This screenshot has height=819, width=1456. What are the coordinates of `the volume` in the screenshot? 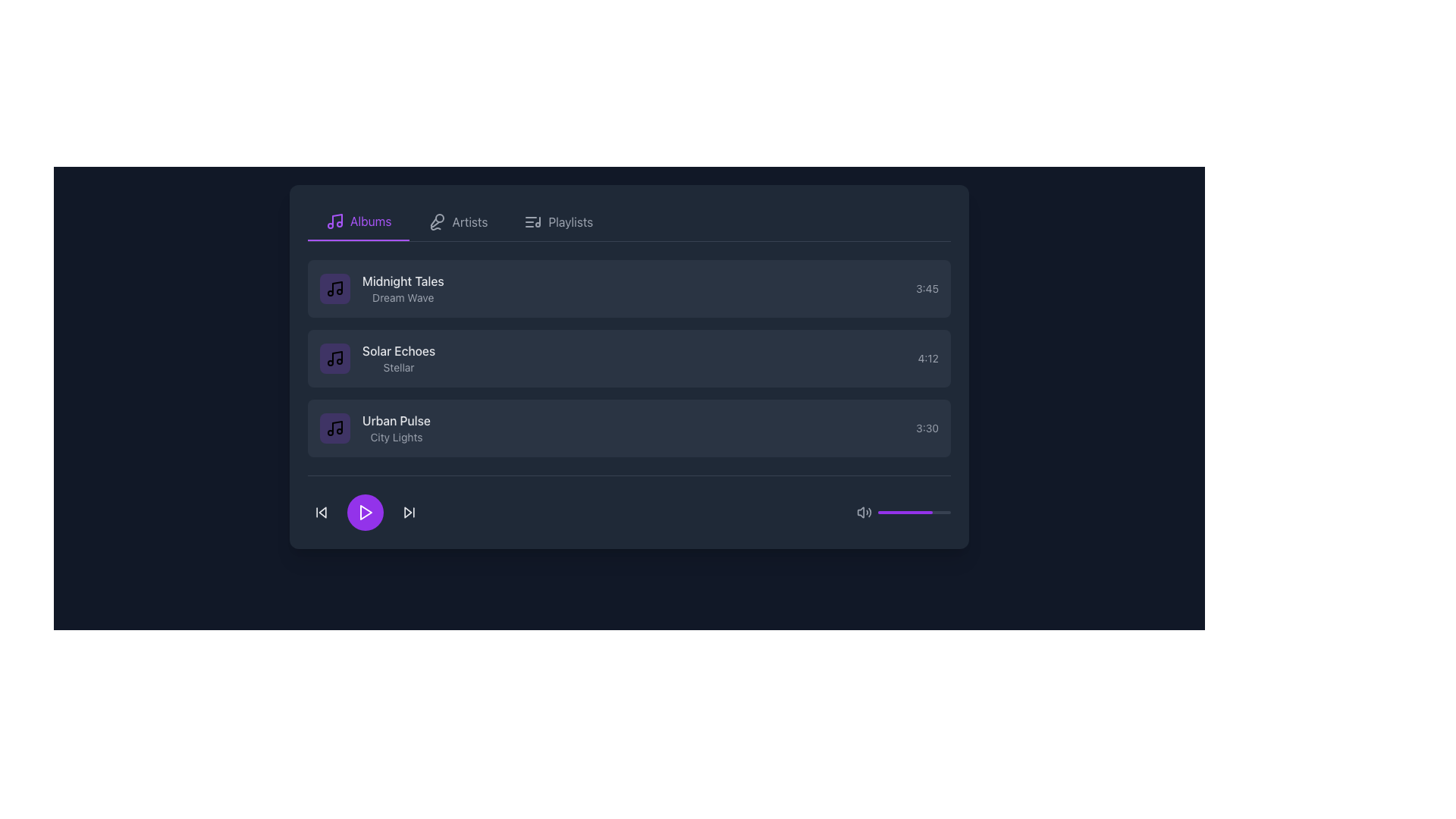 It's located at (922, 512).